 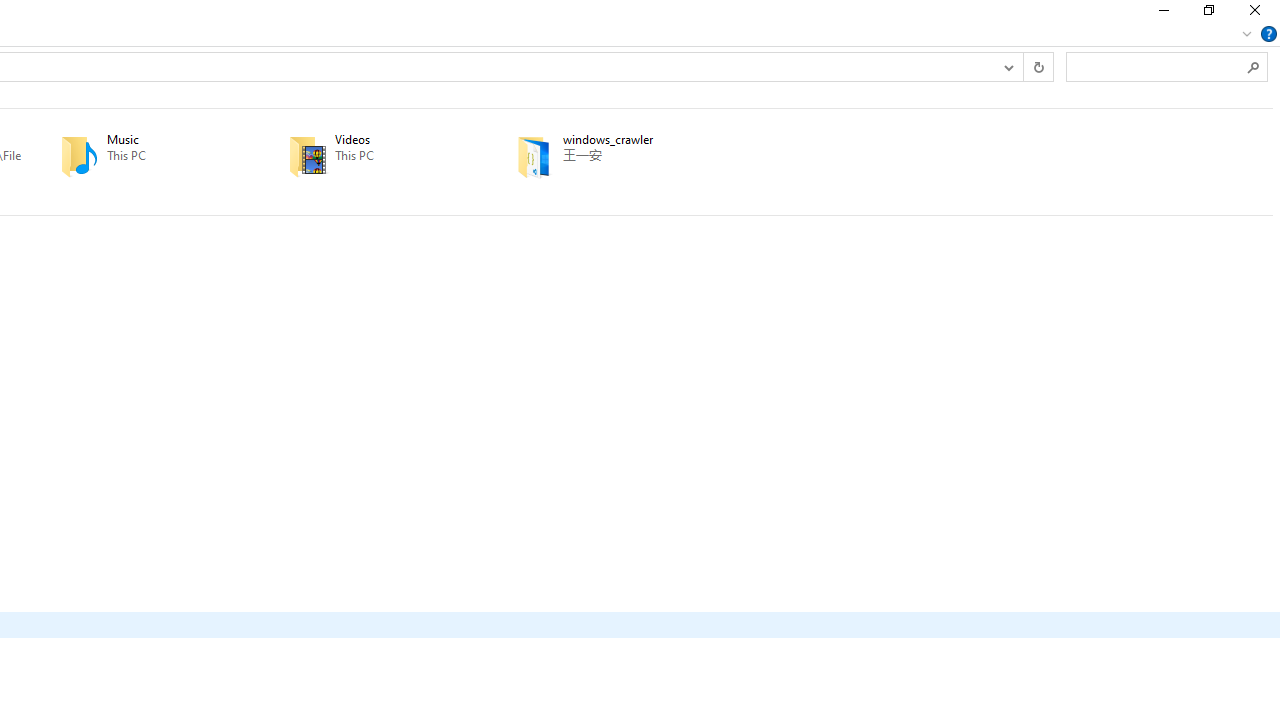 I want to click on 'Refresh "Quick access" (F5)', so click(x=1038, y=65).